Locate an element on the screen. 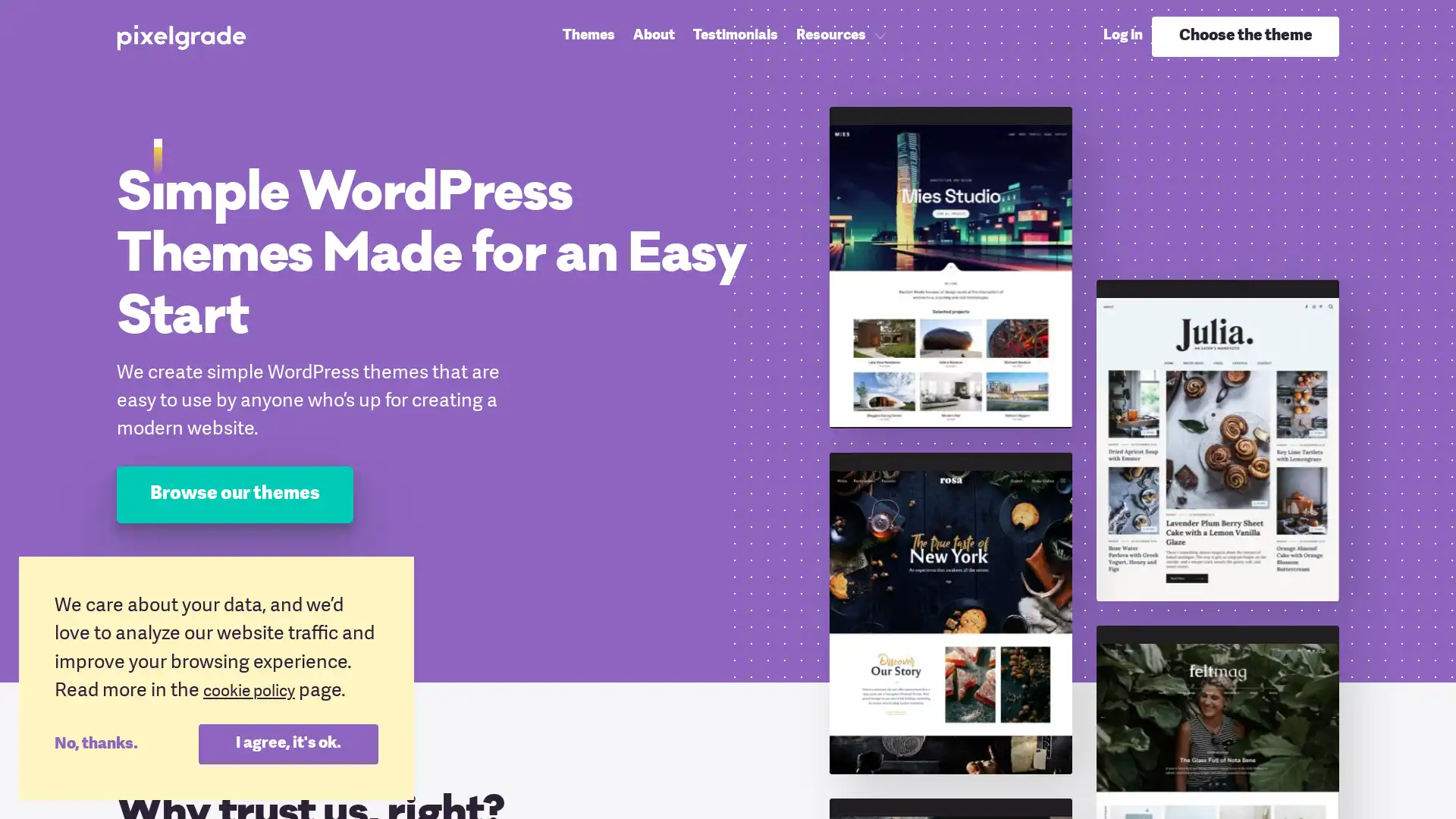 The width and height of the screenshot is (1456, 819). No, thanks. is located at coordinates (126, 742).